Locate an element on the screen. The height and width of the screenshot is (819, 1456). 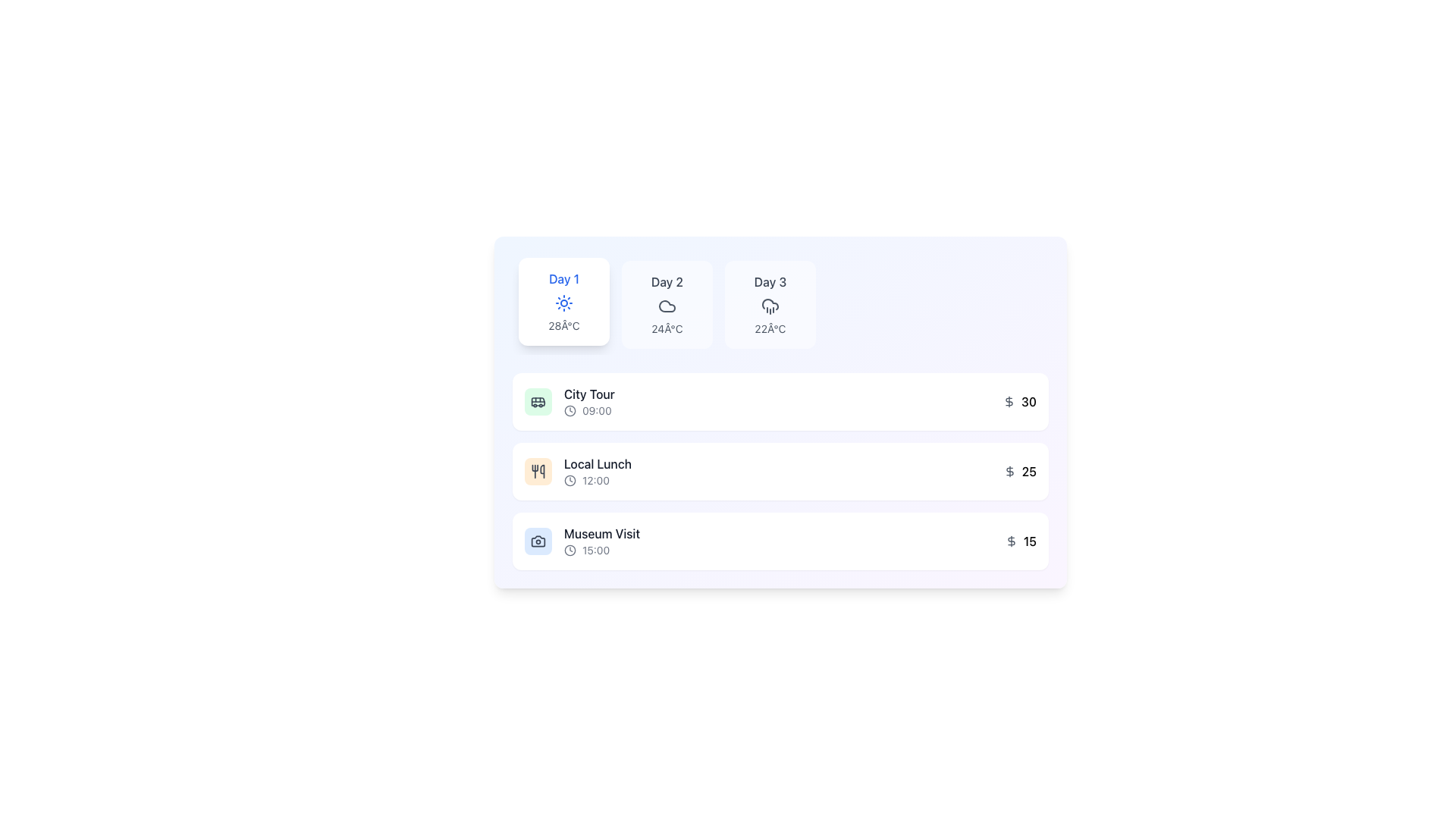
the icon and text grouping that indicates the time for the 'Museum Visit' activity located in the bottom right corner of the corresponding list item is located at coordinates (601, 550).